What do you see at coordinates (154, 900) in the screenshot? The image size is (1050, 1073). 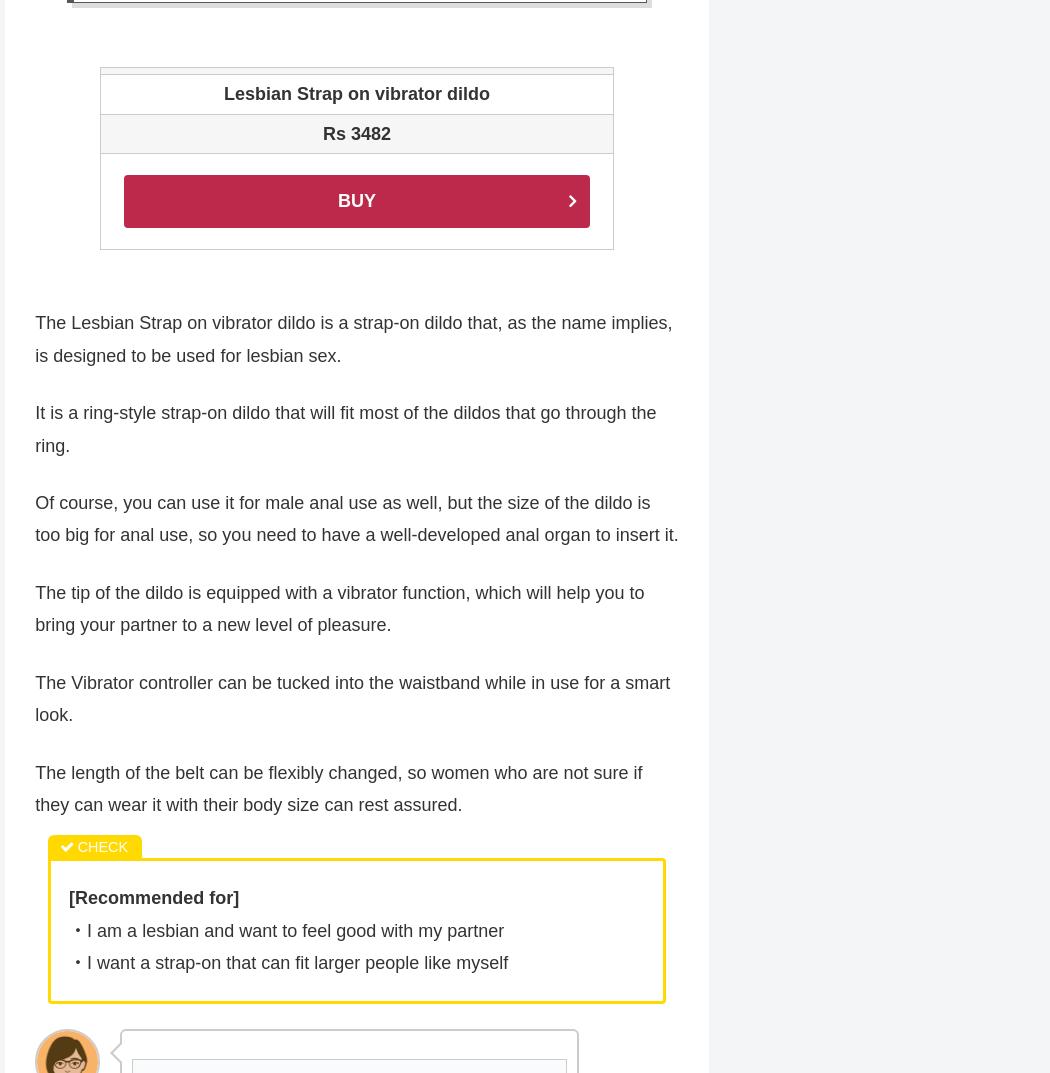 I see `'[Recommended for]'` at bounding box center [154, 900].